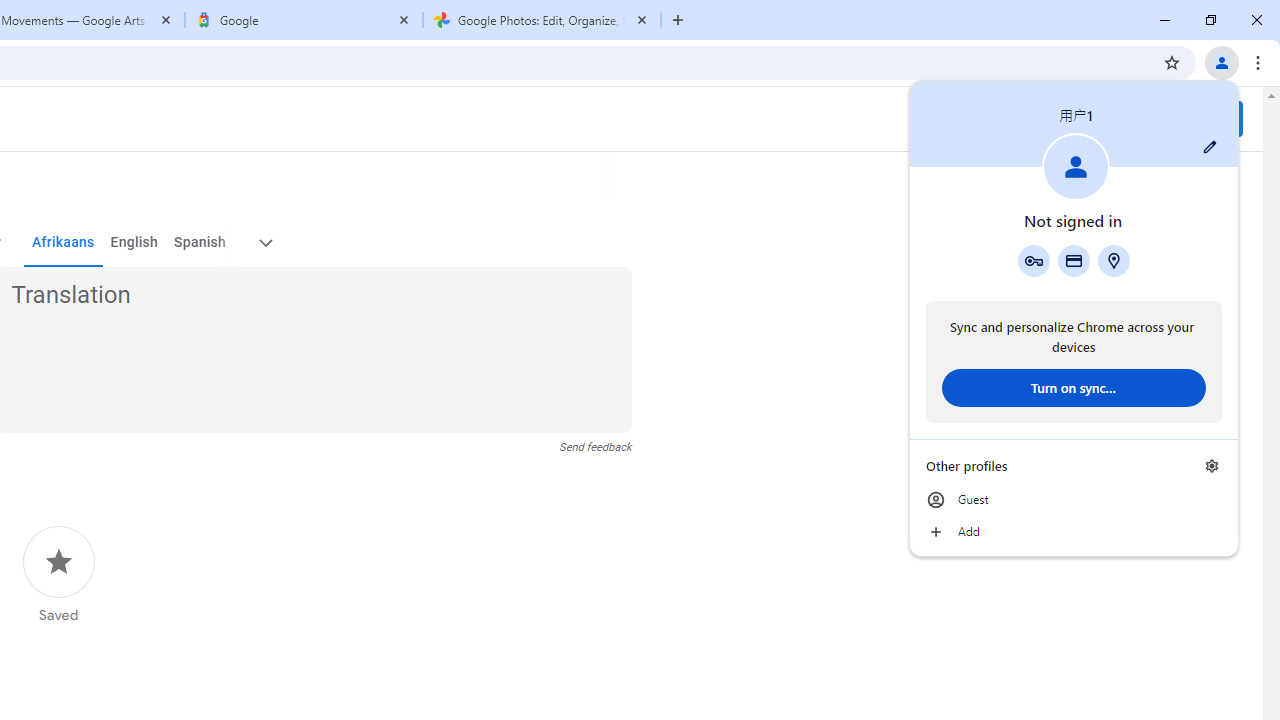 This screenshot has width=1280, height=720. Describe the element at coordinates (594, 446) in the screenshot. I see `'Send feedback'` at that location.